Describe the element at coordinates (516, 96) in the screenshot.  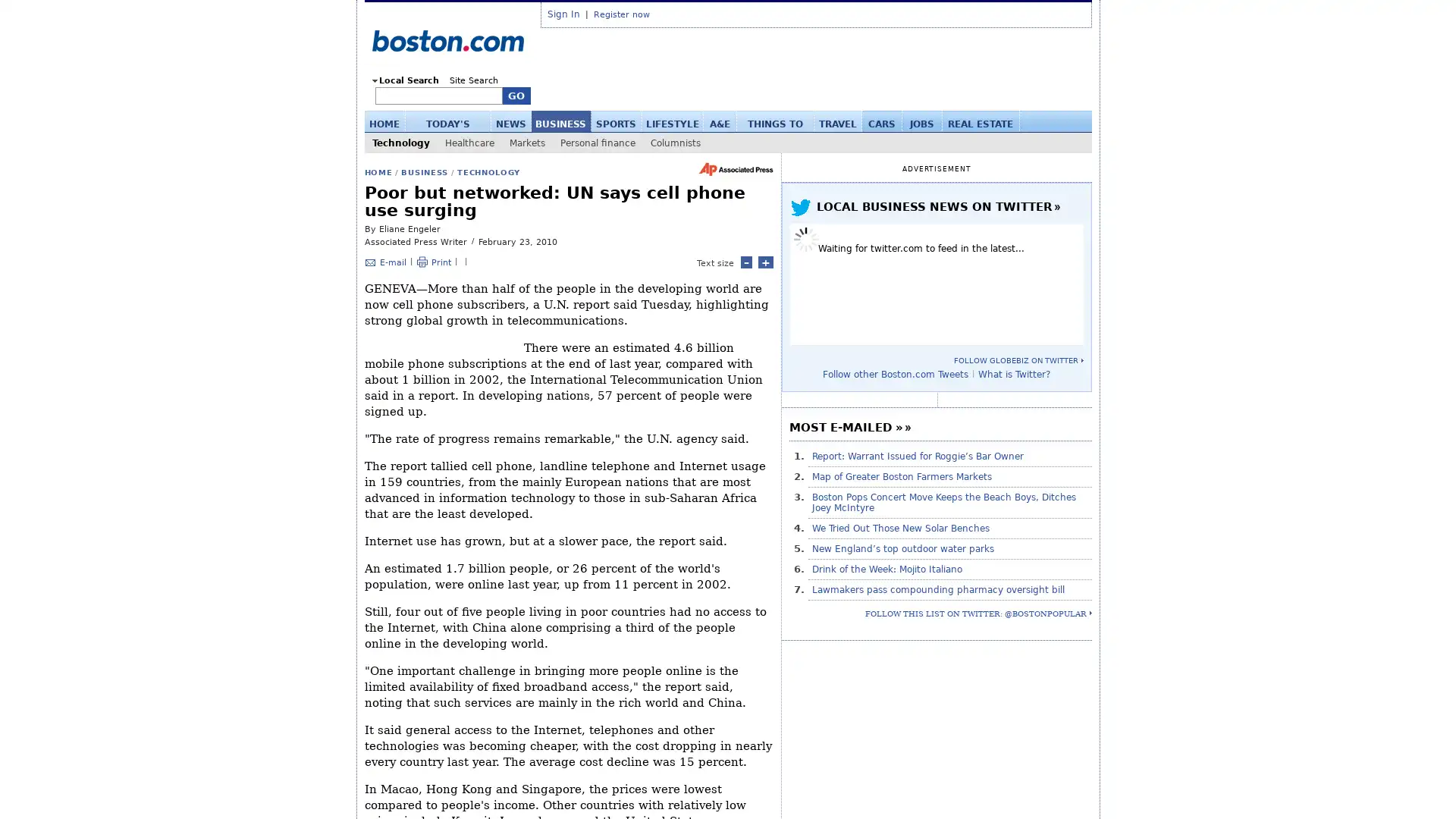
I see `GO` at that location.